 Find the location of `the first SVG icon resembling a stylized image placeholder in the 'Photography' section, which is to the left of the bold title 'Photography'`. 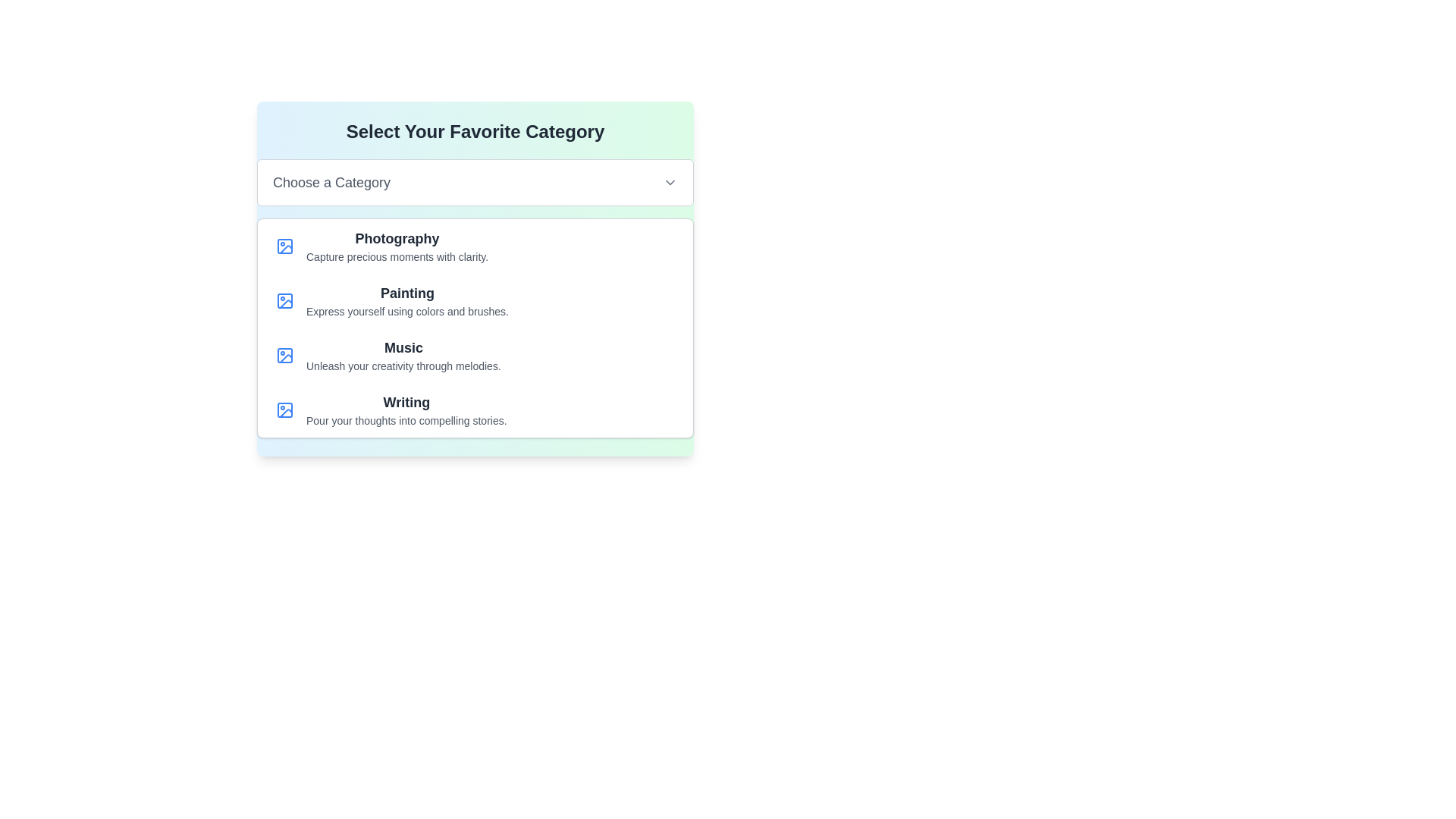

the first SVG icon resembling a stylized image placeholder in the 'Photography' section, which is to the left of the bold title 'Photography' is located at coordinates (284, 245).